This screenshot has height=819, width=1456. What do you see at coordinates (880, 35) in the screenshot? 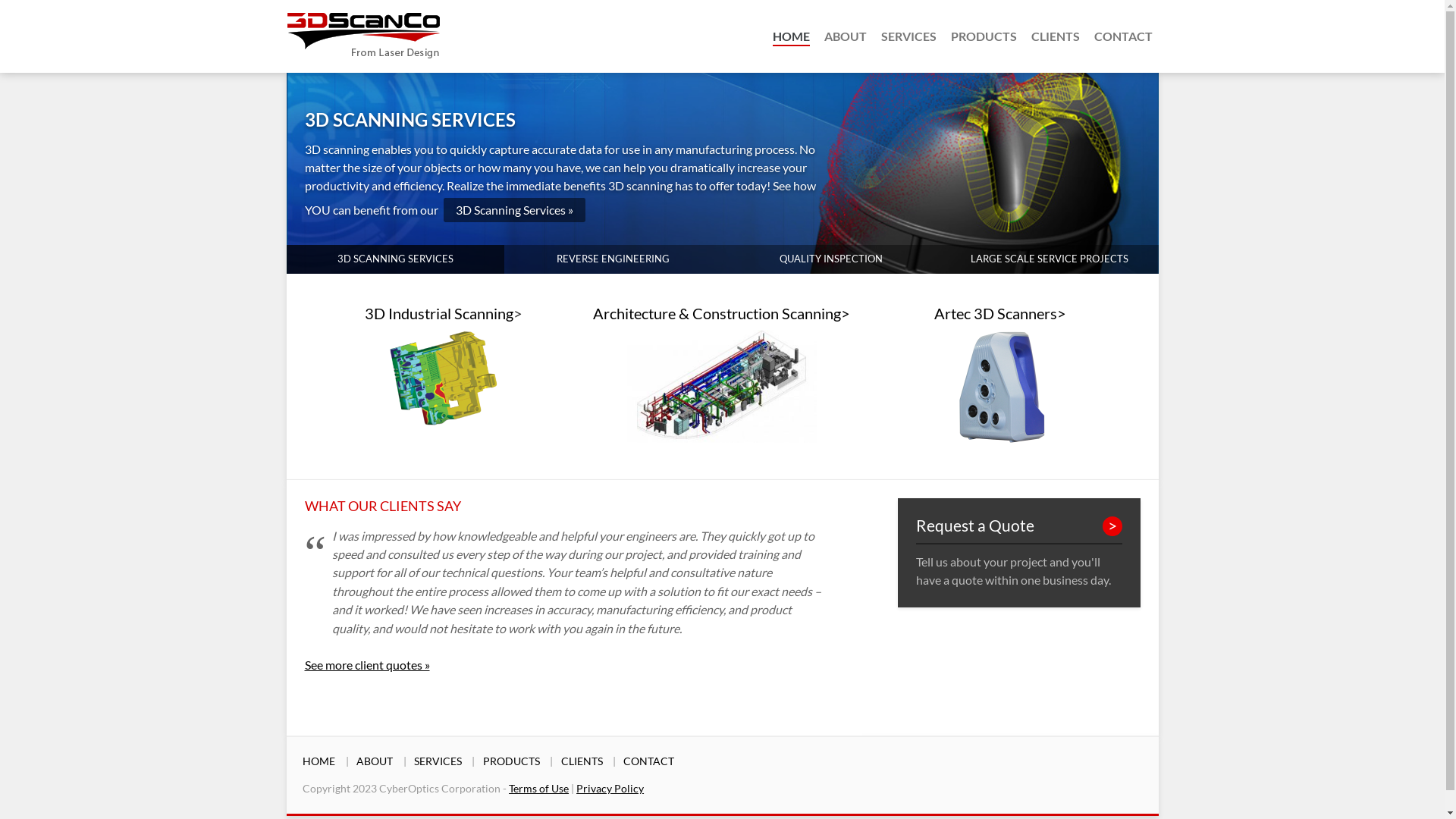
I see `'SERVICES'` at bounding box center [880, 35].